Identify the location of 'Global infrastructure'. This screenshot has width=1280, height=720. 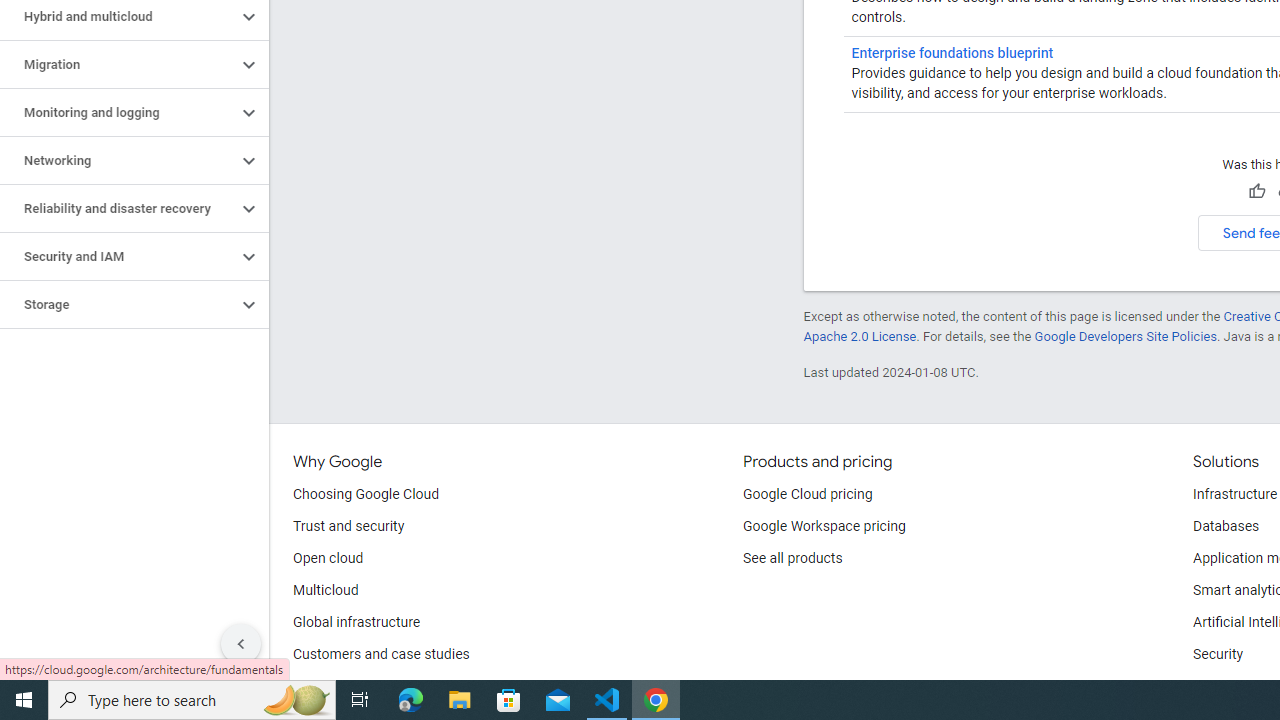
(357, 622).